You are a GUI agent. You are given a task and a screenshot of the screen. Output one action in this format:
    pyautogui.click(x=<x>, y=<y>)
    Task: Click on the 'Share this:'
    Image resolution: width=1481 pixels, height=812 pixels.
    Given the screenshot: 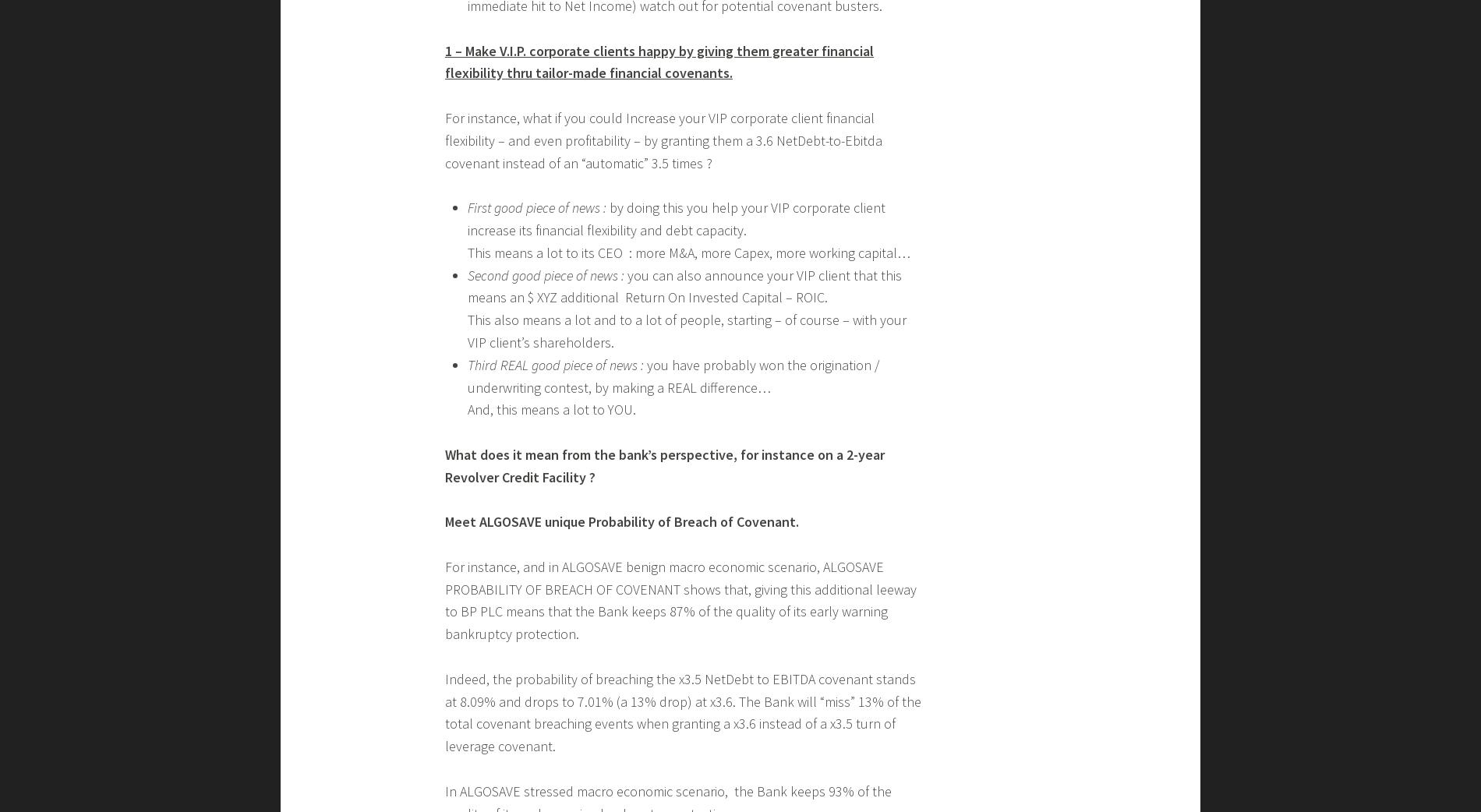 What is the action you would take?
    pyautogui.click(x=465, y=9)
    